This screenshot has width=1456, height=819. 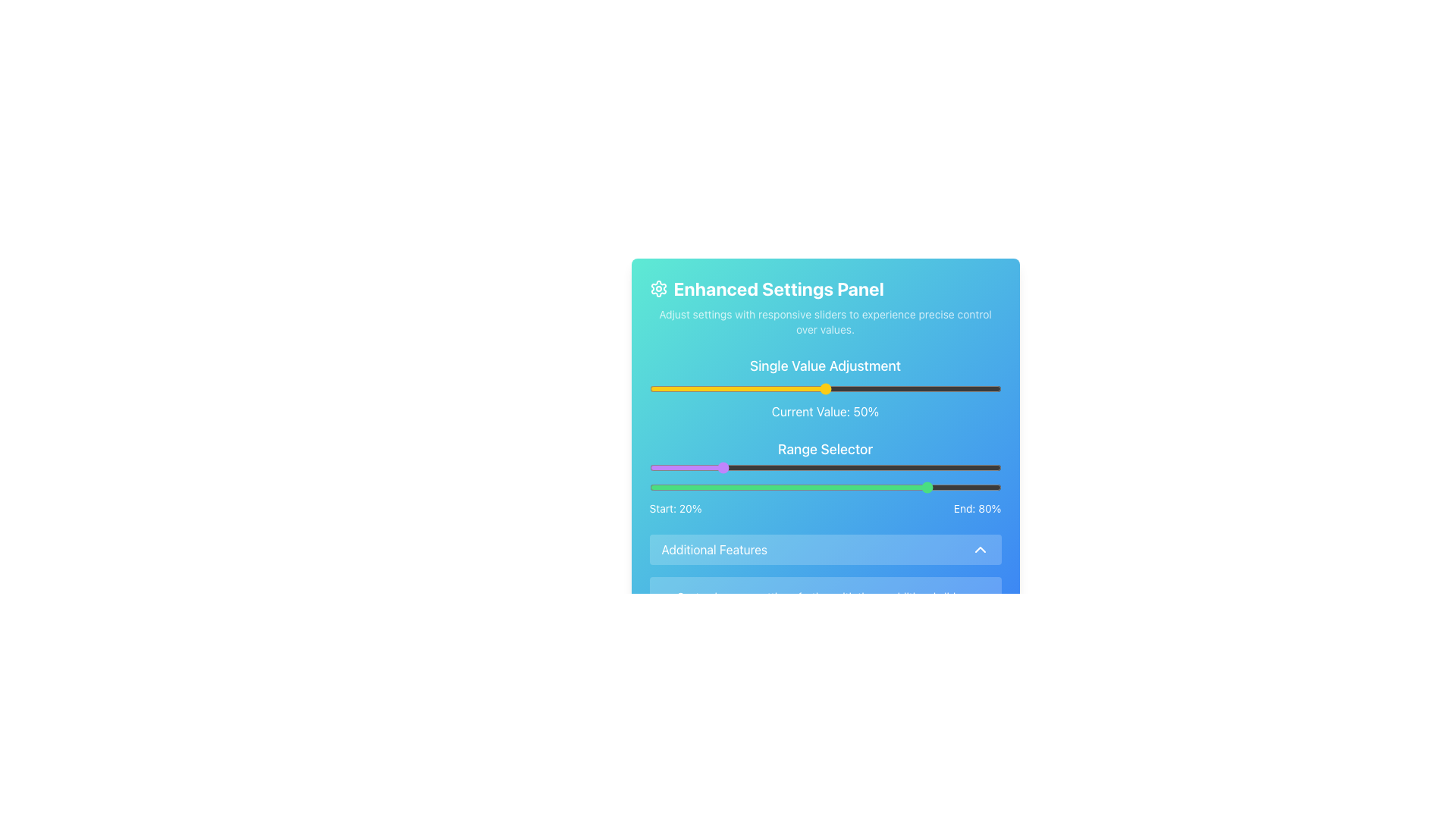 I want to click on the slider, so click(x=831, y=488).